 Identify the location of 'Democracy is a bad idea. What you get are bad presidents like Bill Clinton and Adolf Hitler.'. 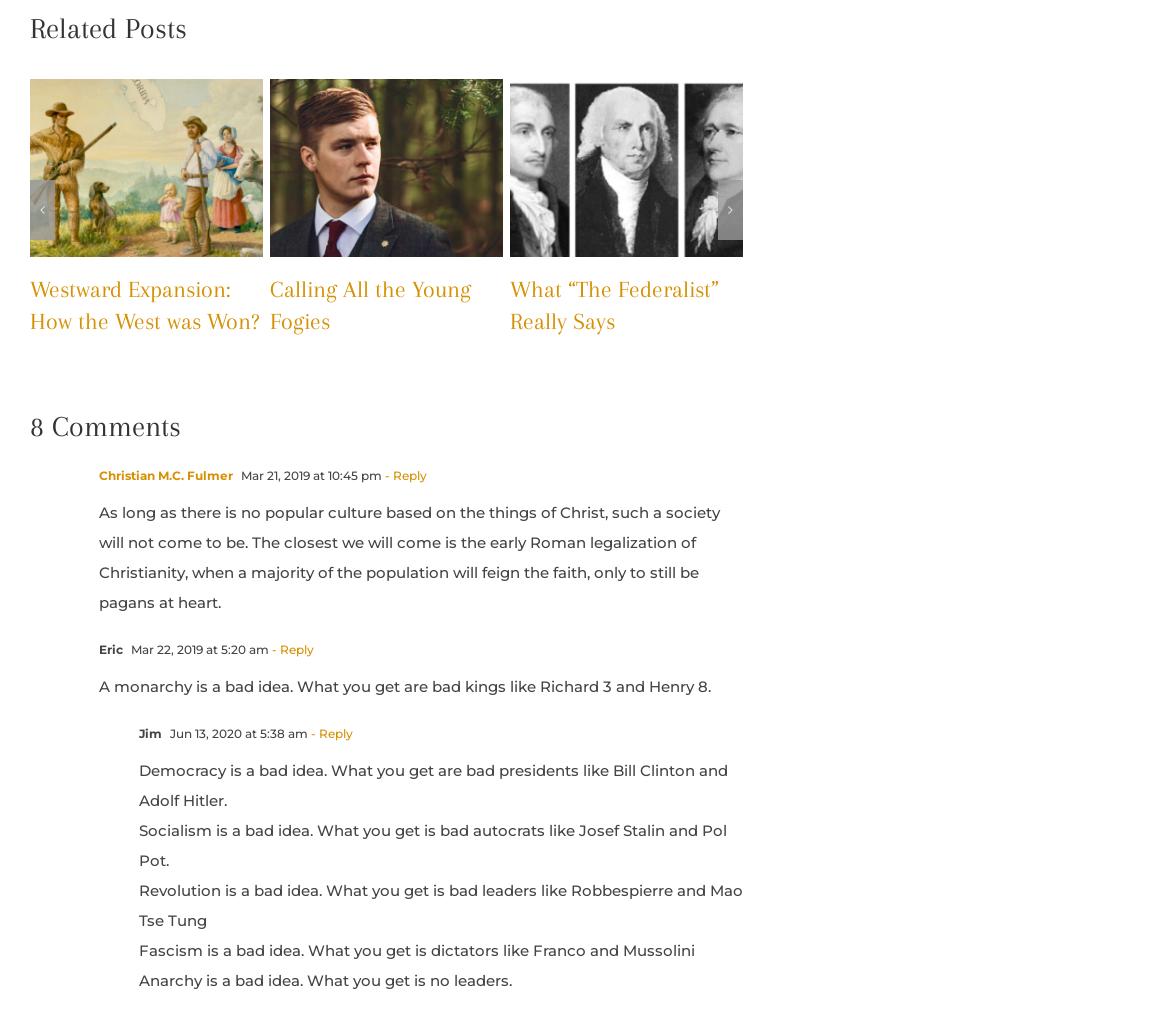
(433, 784).